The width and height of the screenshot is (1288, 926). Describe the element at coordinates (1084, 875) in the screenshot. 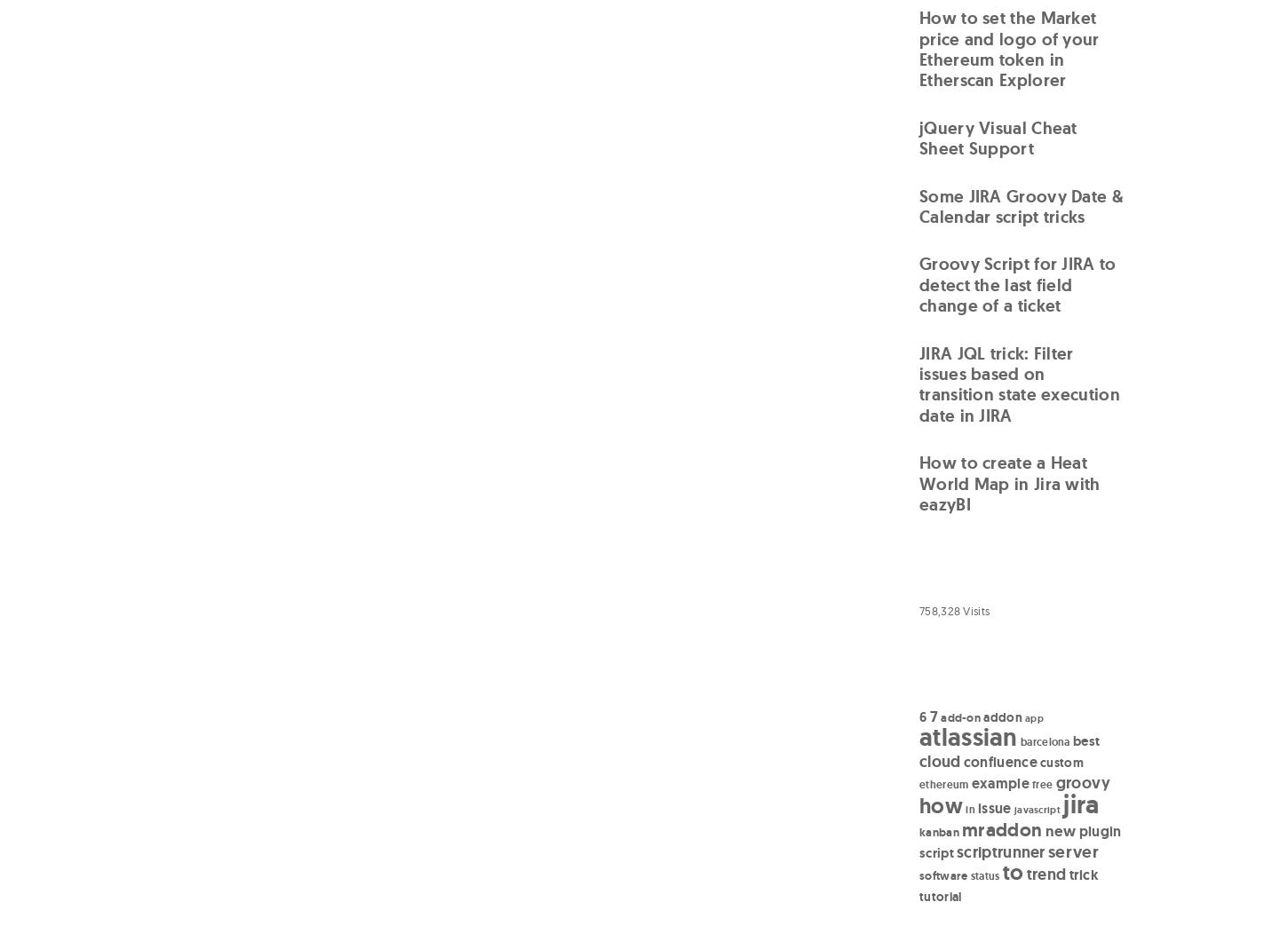

I see `'trick'` at that location.